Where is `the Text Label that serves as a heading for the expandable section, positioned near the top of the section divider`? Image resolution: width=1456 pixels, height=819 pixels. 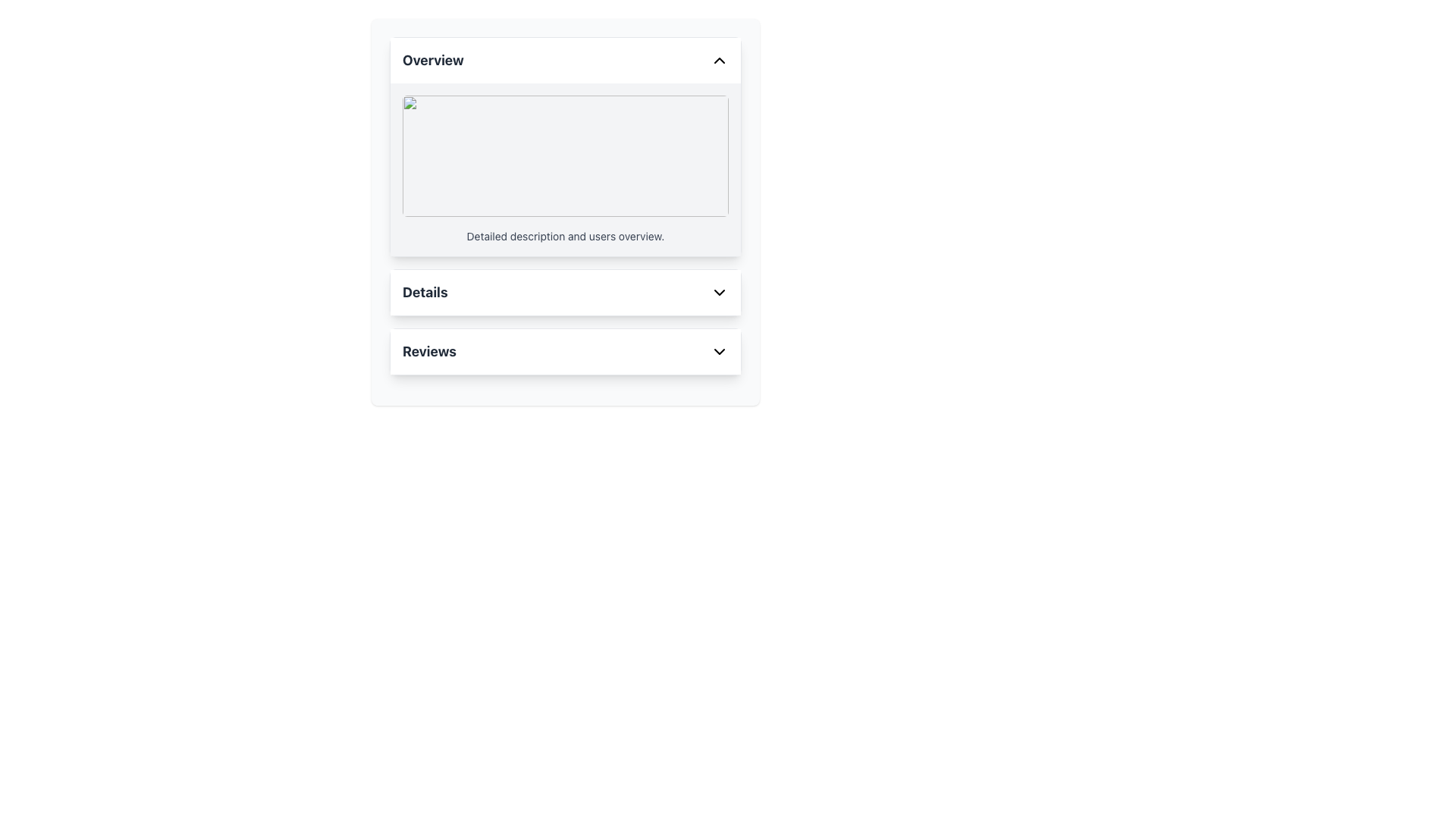
the Text Label that serves as a heading for the expandable section, positioned near the top of the section divider is located at coordinates (425, 292).